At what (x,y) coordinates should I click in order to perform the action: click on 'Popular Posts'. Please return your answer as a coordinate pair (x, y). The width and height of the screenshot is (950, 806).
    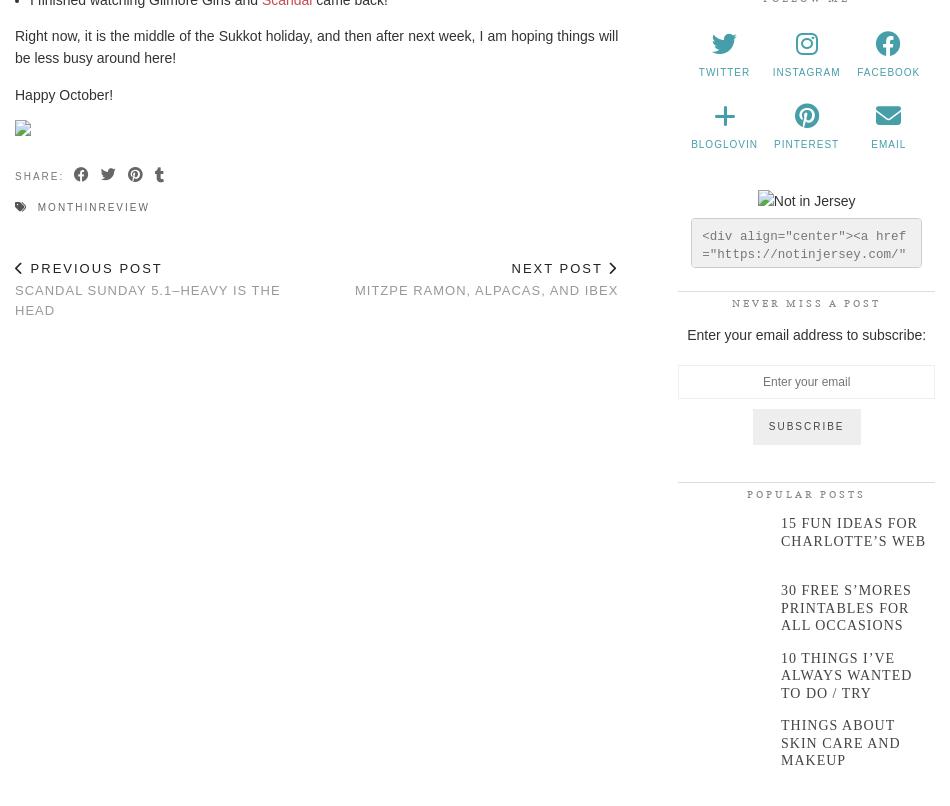
    Looking at the image, I should click on (805, 492).